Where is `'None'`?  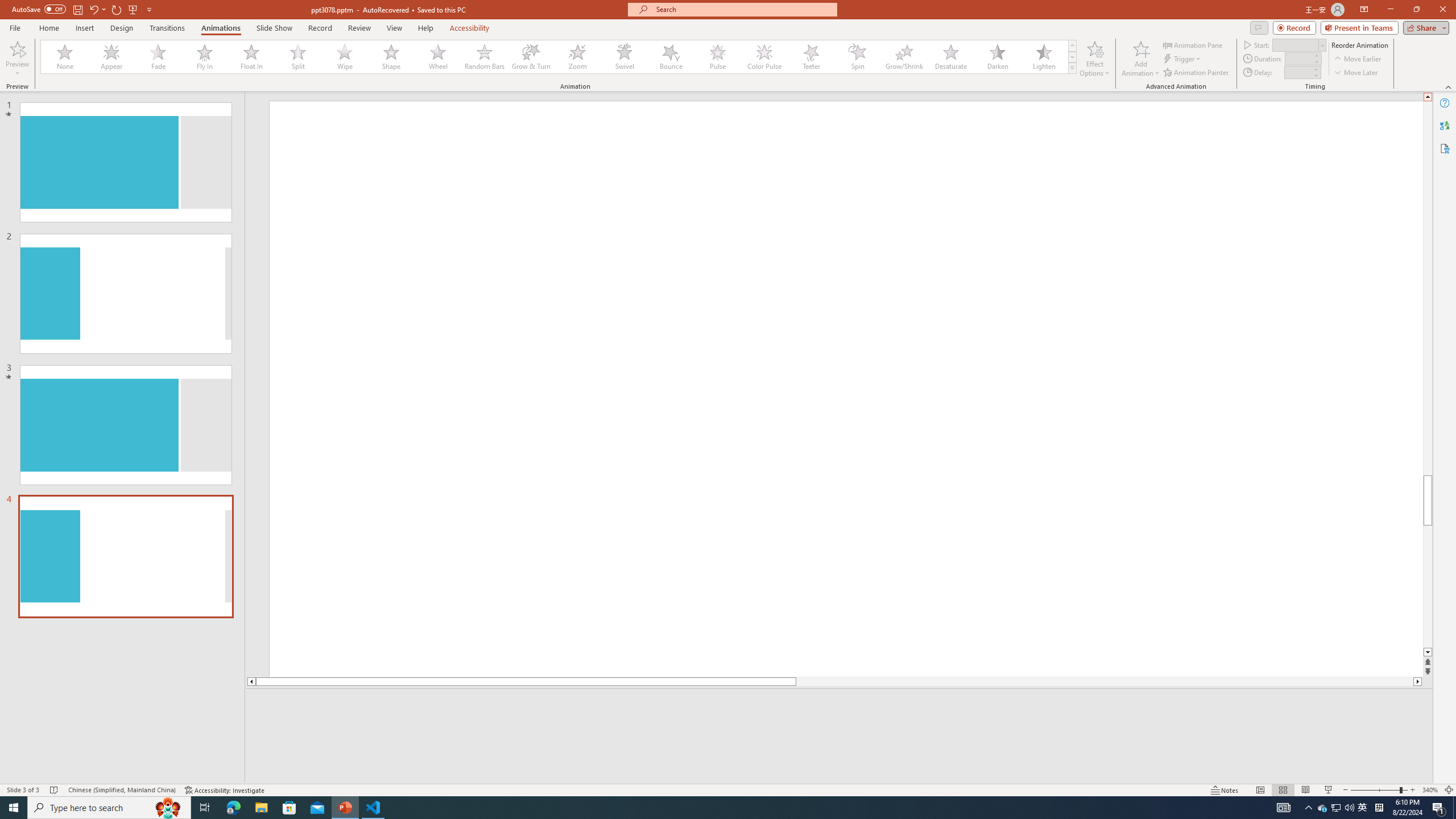 'None' is located at coordinates (65, 56).